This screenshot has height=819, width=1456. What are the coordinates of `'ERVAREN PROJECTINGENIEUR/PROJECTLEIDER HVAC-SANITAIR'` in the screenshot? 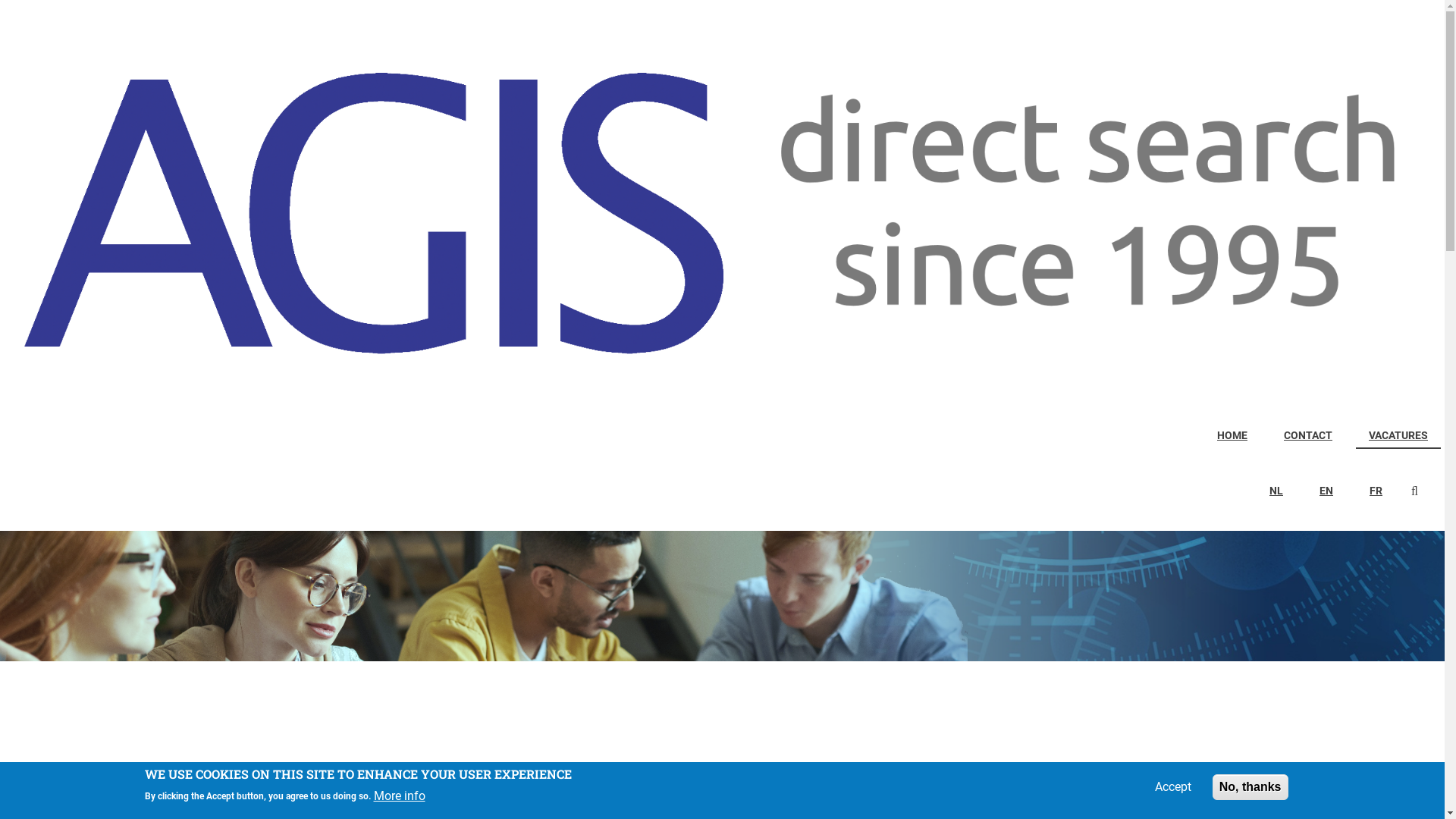 It's located at (335, 772).